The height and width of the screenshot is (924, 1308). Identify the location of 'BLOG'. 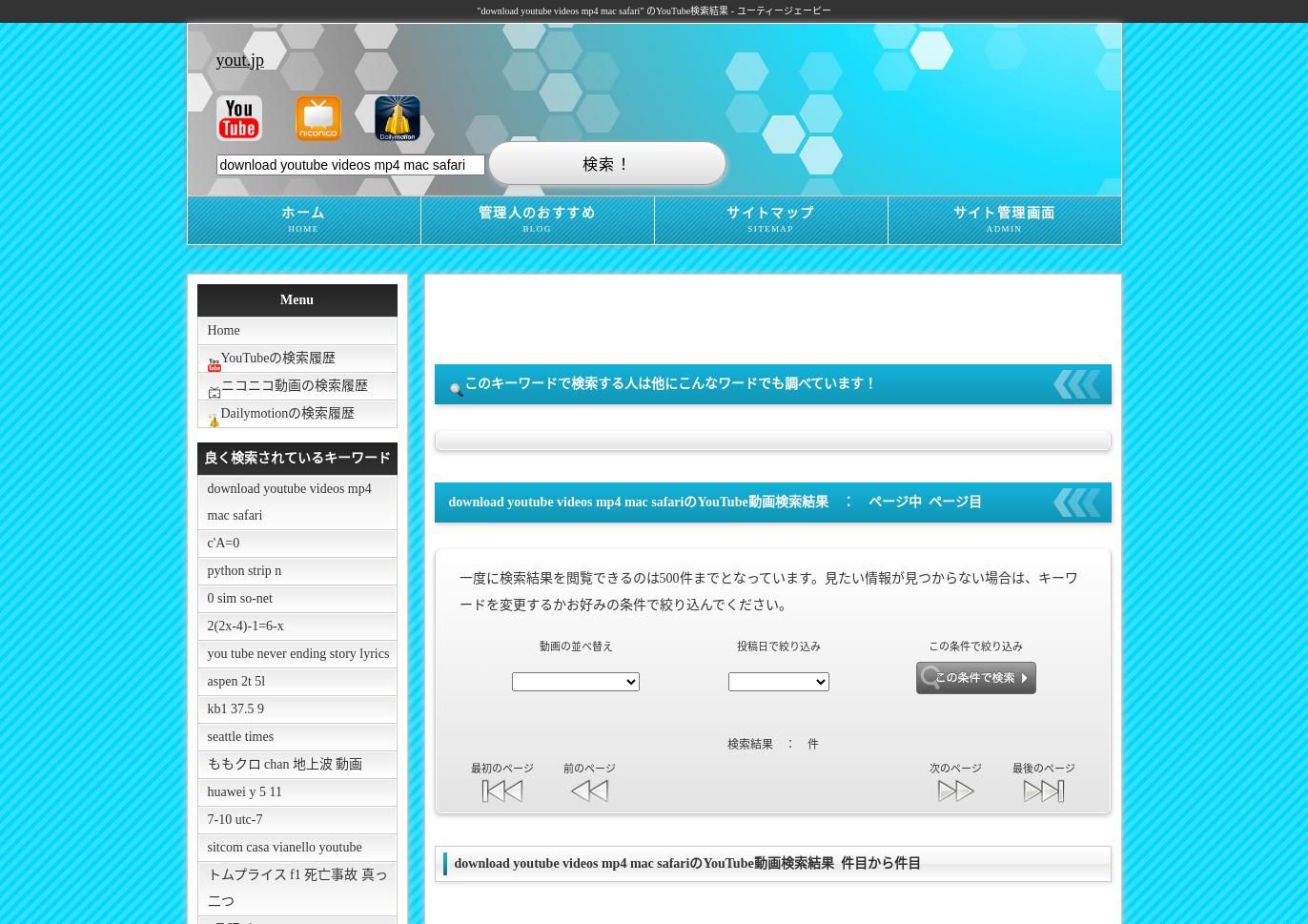
(536, 226).